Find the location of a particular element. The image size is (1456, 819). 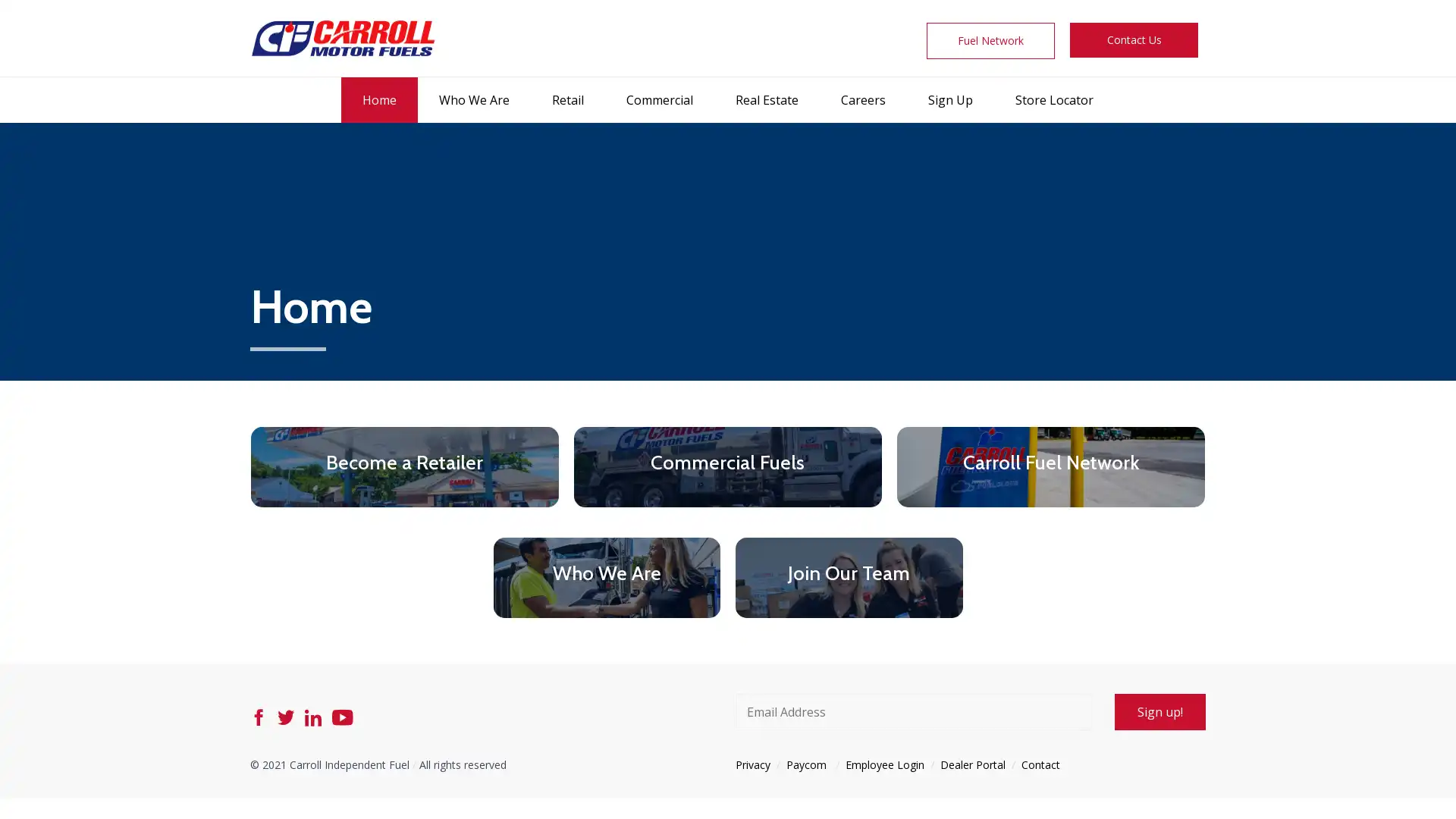

Contact Us is located at coordinates (1133, 39).